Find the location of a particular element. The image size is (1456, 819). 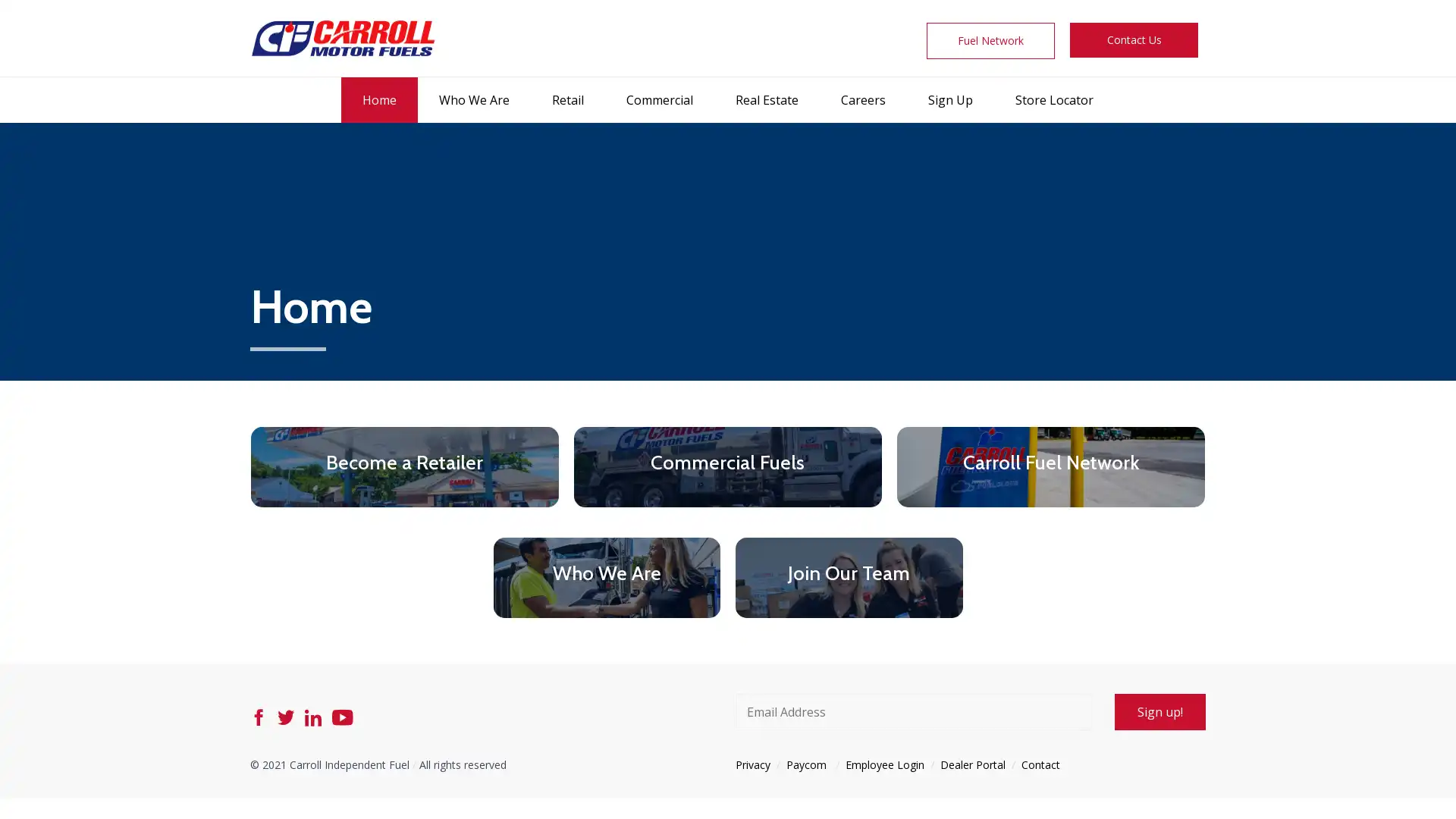

Contact Us is located at coordinates (1133, 39).